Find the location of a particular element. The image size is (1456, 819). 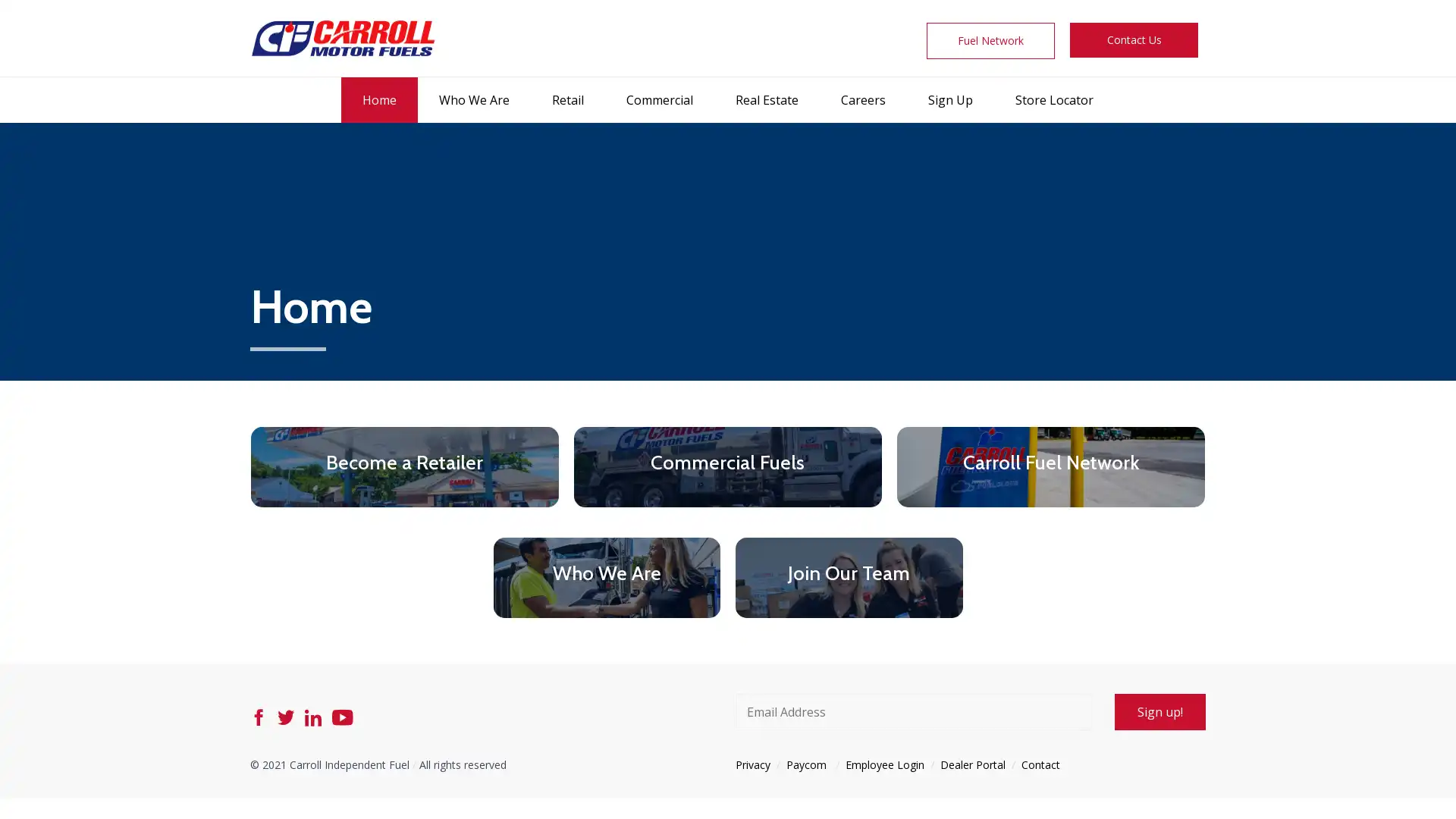

Contact Us is located at coordinates (1133, 39).